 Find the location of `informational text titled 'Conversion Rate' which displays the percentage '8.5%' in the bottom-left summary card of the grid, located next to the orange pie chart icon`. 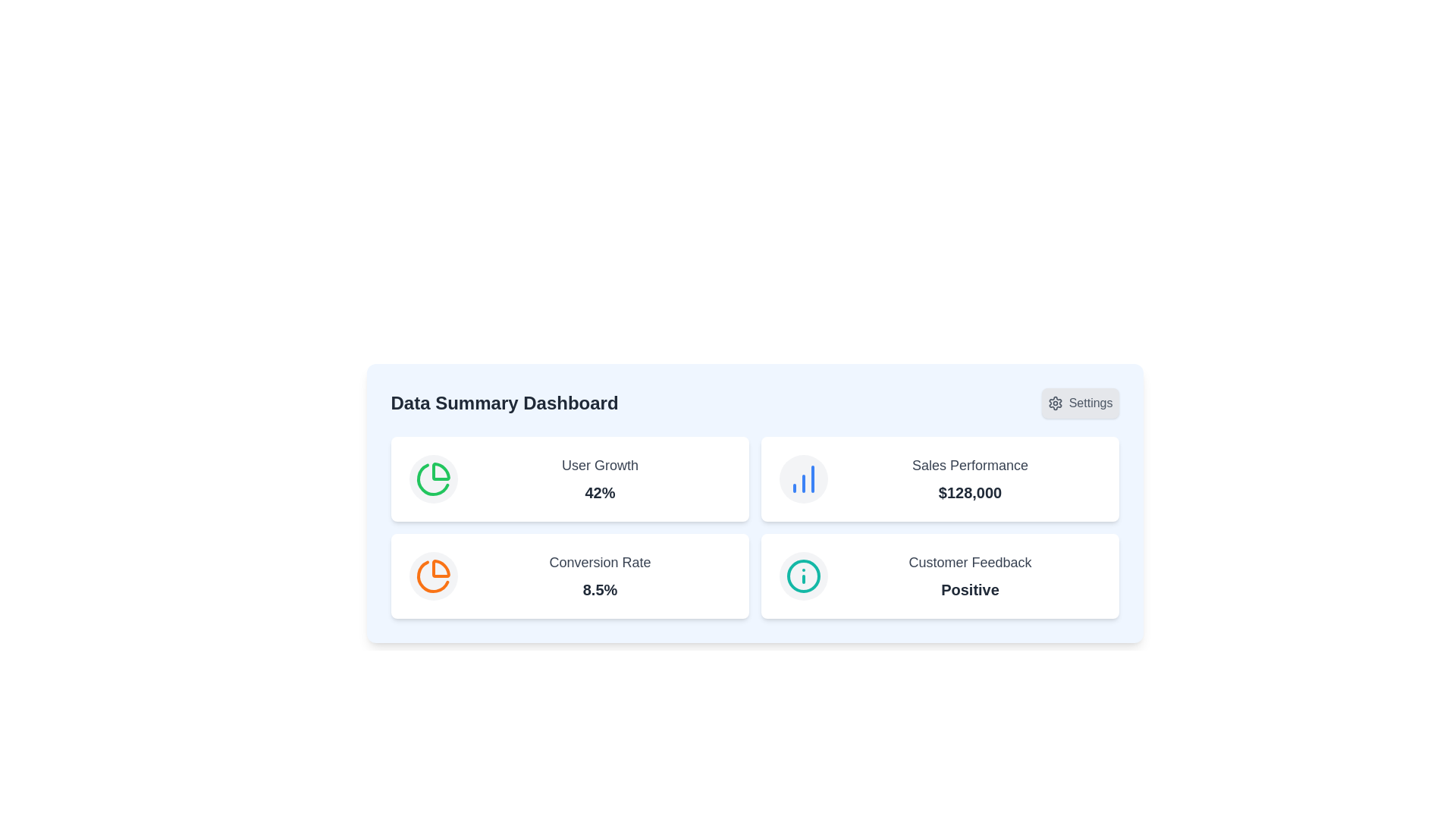

informational text titled 'Conversion Rate' which displays the percentage '8.5%' in the bottom-left summary card of the grid, located next to the orange pie chart icon is located at coordinates (599, 576).